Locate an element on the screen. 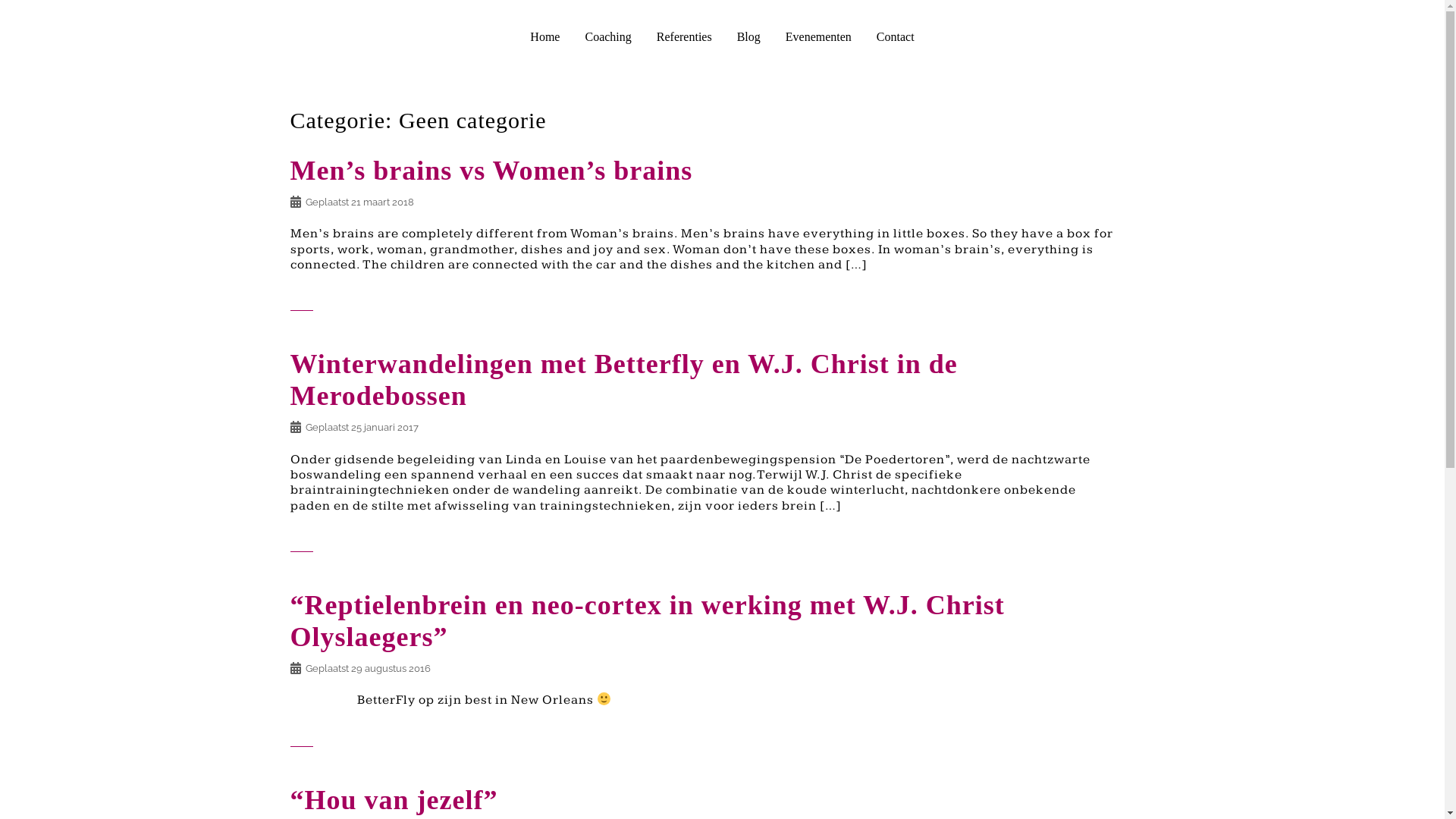 This screenshot has height=819, width=1456. '29 augustus 2016' is located at coordinates (349, 667).